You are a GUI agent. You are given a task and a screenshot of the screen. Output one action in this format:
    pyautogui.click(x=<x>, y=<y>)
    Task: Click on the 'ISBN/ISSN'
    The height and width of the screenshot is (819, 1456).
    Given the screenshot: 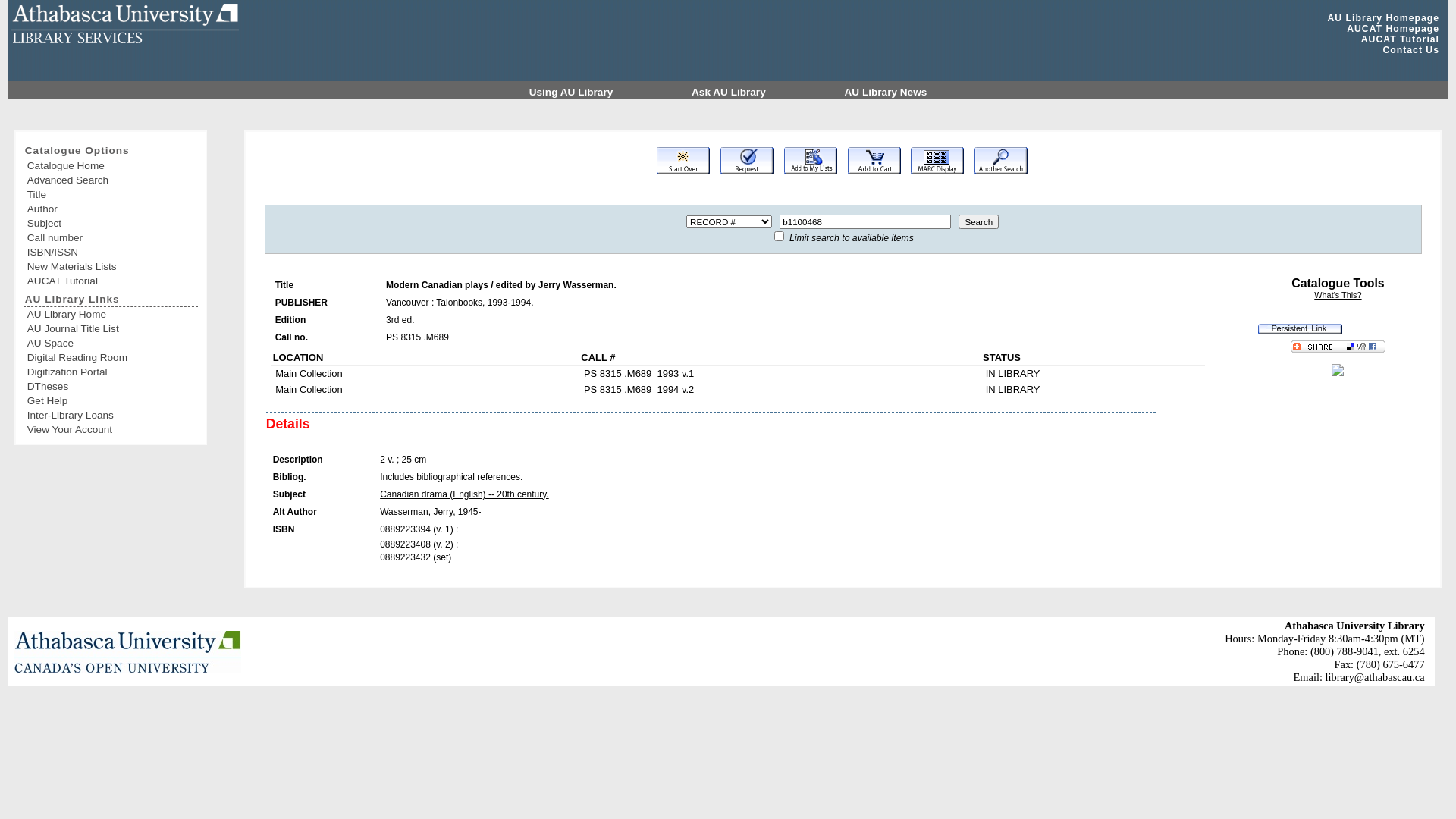 What is the action you would take?
    pyautogui.click(x=111, y=251)
    